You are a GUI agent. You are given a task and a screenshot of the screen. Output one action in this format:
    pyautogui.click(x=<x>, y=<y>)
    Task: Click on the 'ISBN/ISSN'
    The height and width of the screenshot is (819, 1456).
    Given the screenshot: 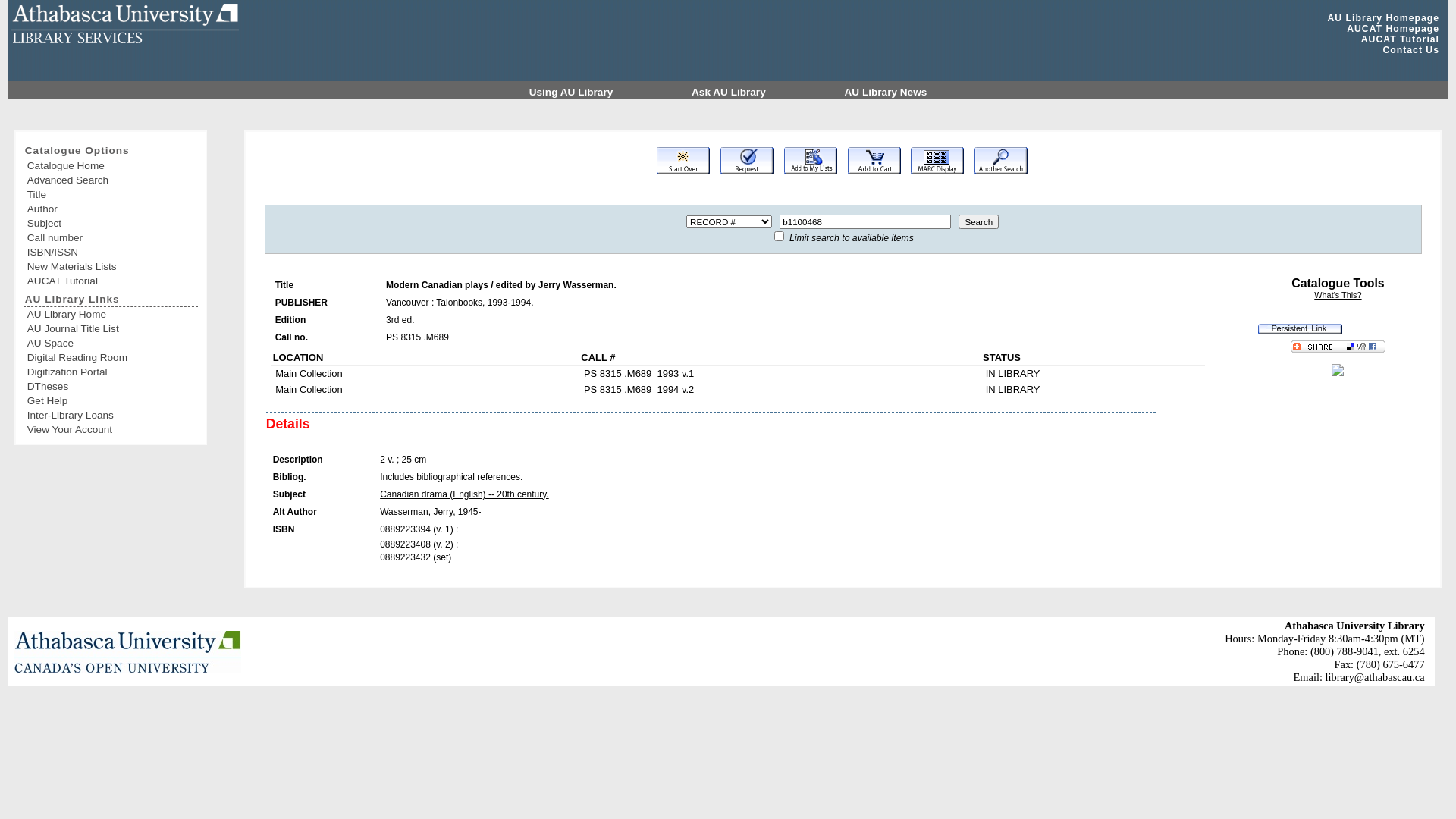 What is the action you would take?
    pyautogui.click(x=111, y=251)
    